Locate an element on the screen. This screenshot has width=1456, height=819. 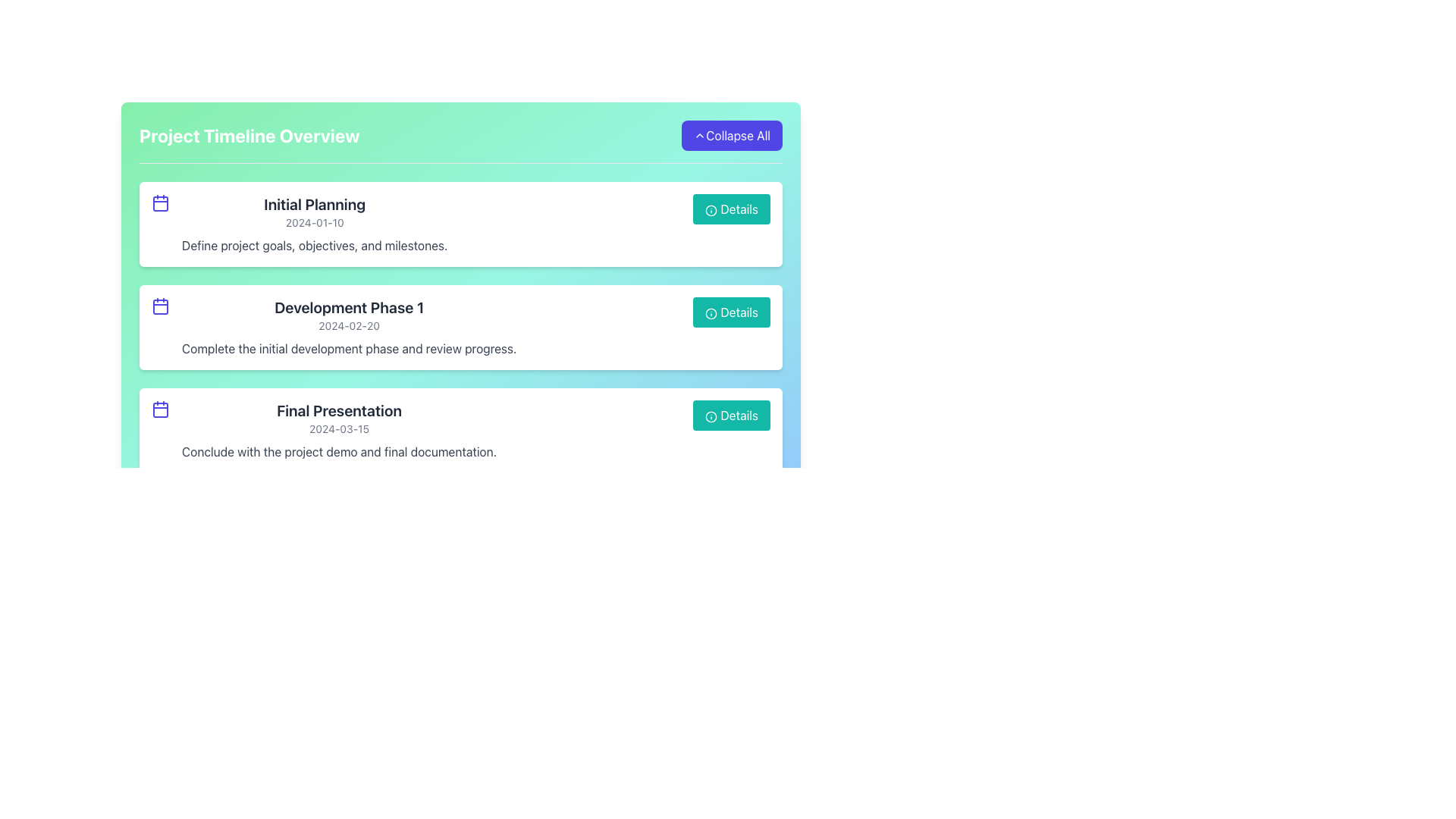
the project milestone card in the 'Project Timeline Overview' section, which is located in the second position below the 'Initial Planning' card and above the 'Final Presentation' card is located at coordinates (460, 327).